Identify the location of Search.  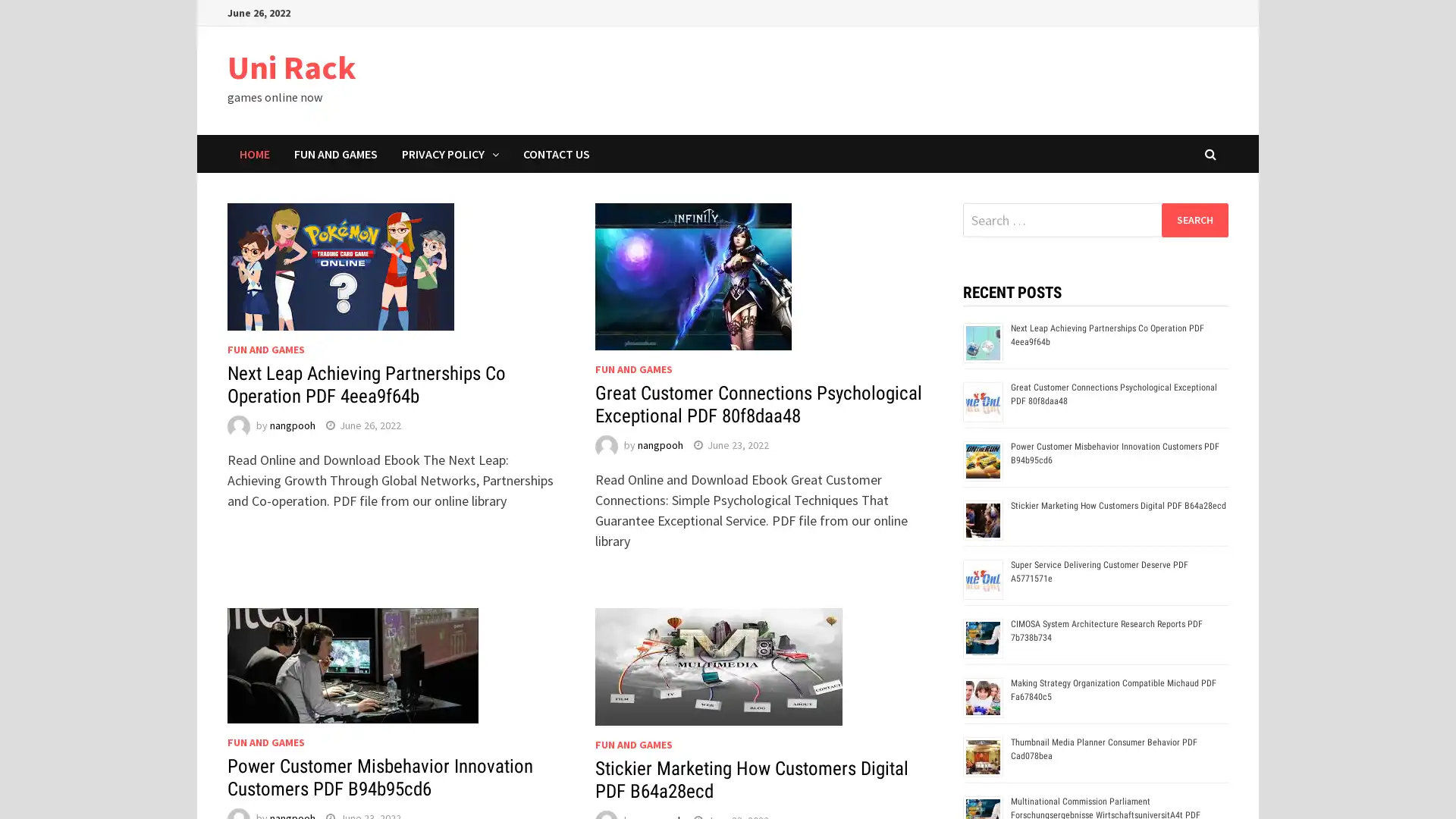
(1194, 219).